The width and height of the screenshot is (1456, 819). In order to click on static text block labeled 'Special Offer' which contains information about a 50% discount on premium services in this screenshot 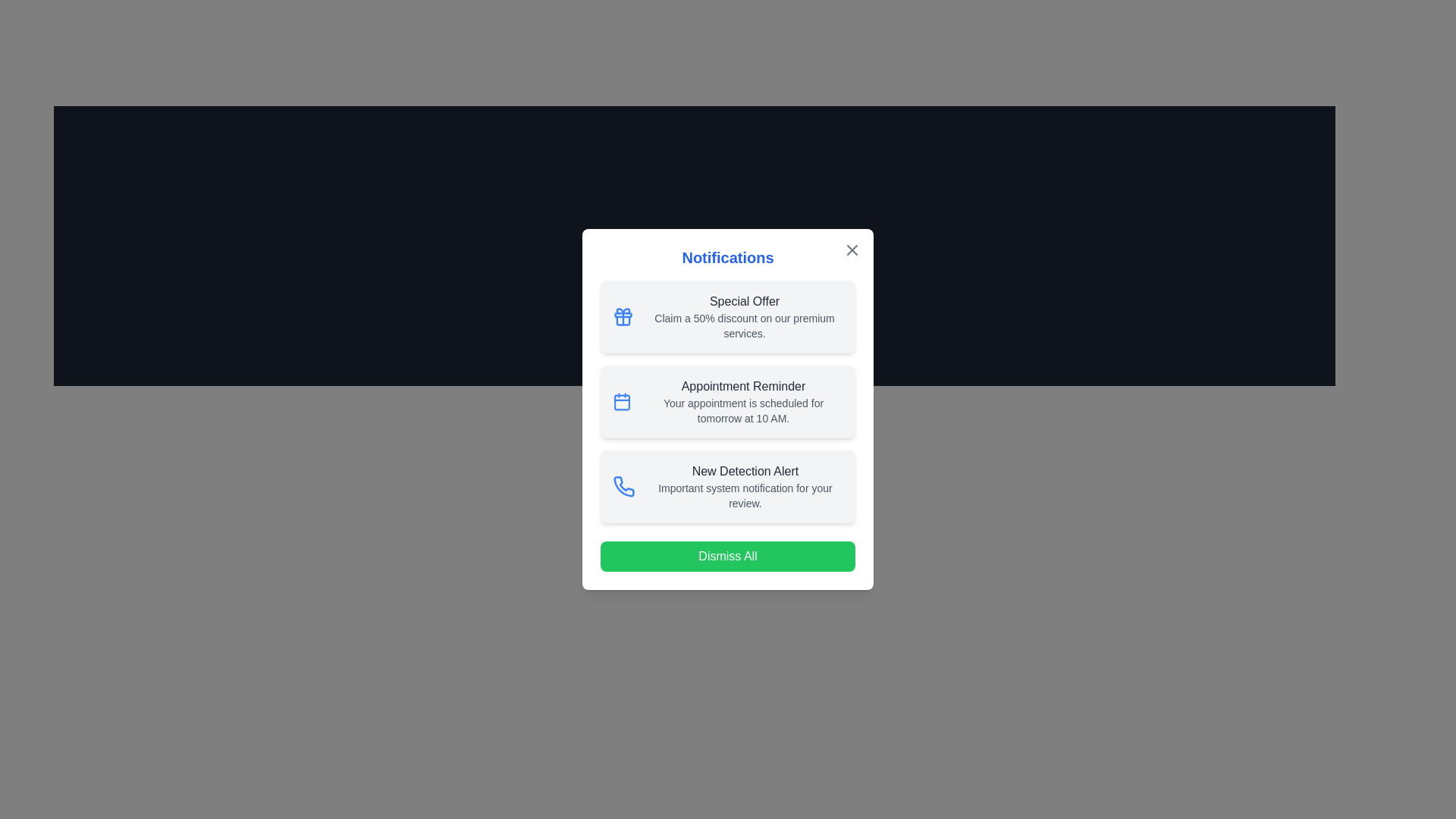, I will do `click(745, 315)`.